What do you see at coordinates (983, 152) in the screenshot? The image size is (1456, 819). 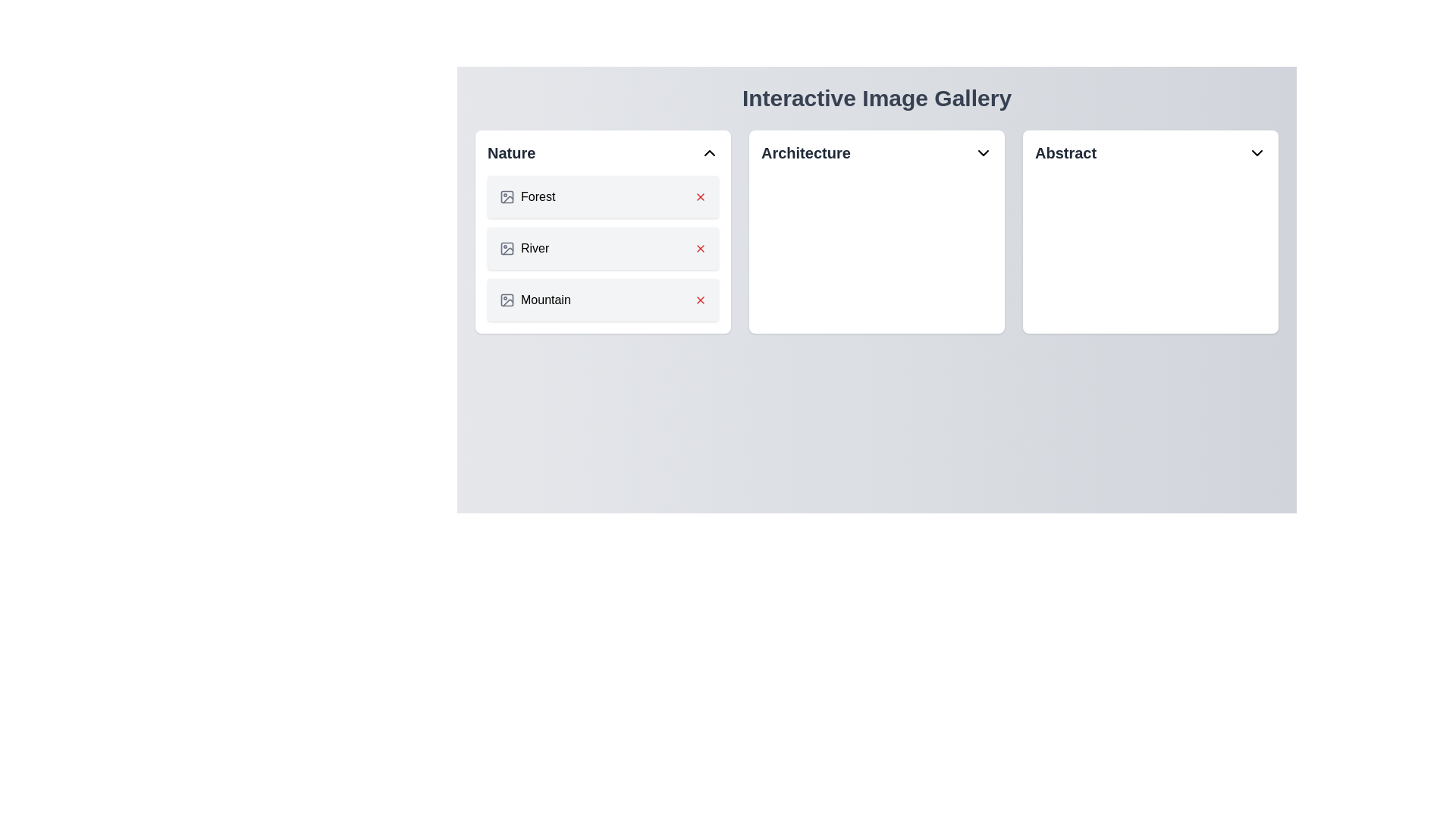 I see `the dropdown chevron icon located to the right of the 'Architecture' text` at bounding box center [983, 152].